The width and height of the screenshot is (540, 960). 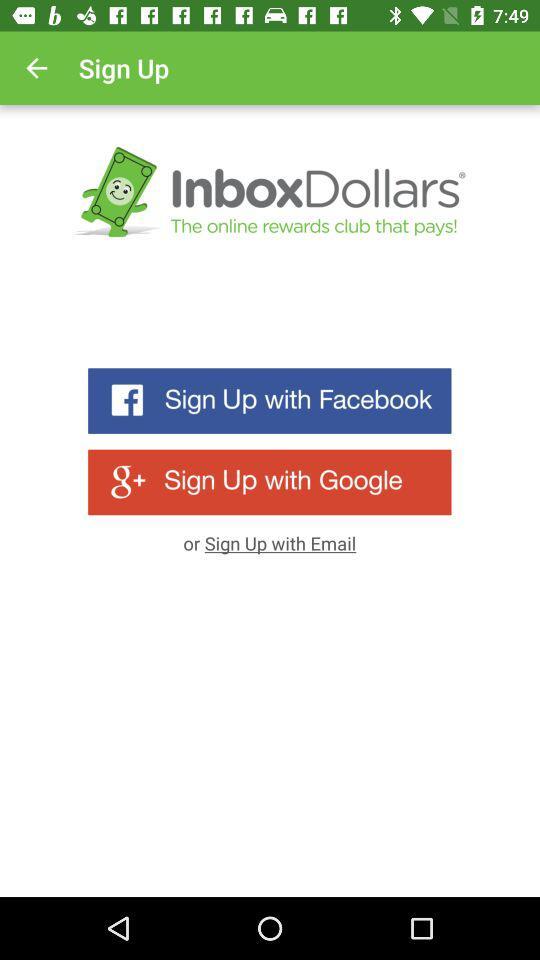 I want to click on use the 'sign up with google button to register with inbox dollars site, so click(x=269, y=481).